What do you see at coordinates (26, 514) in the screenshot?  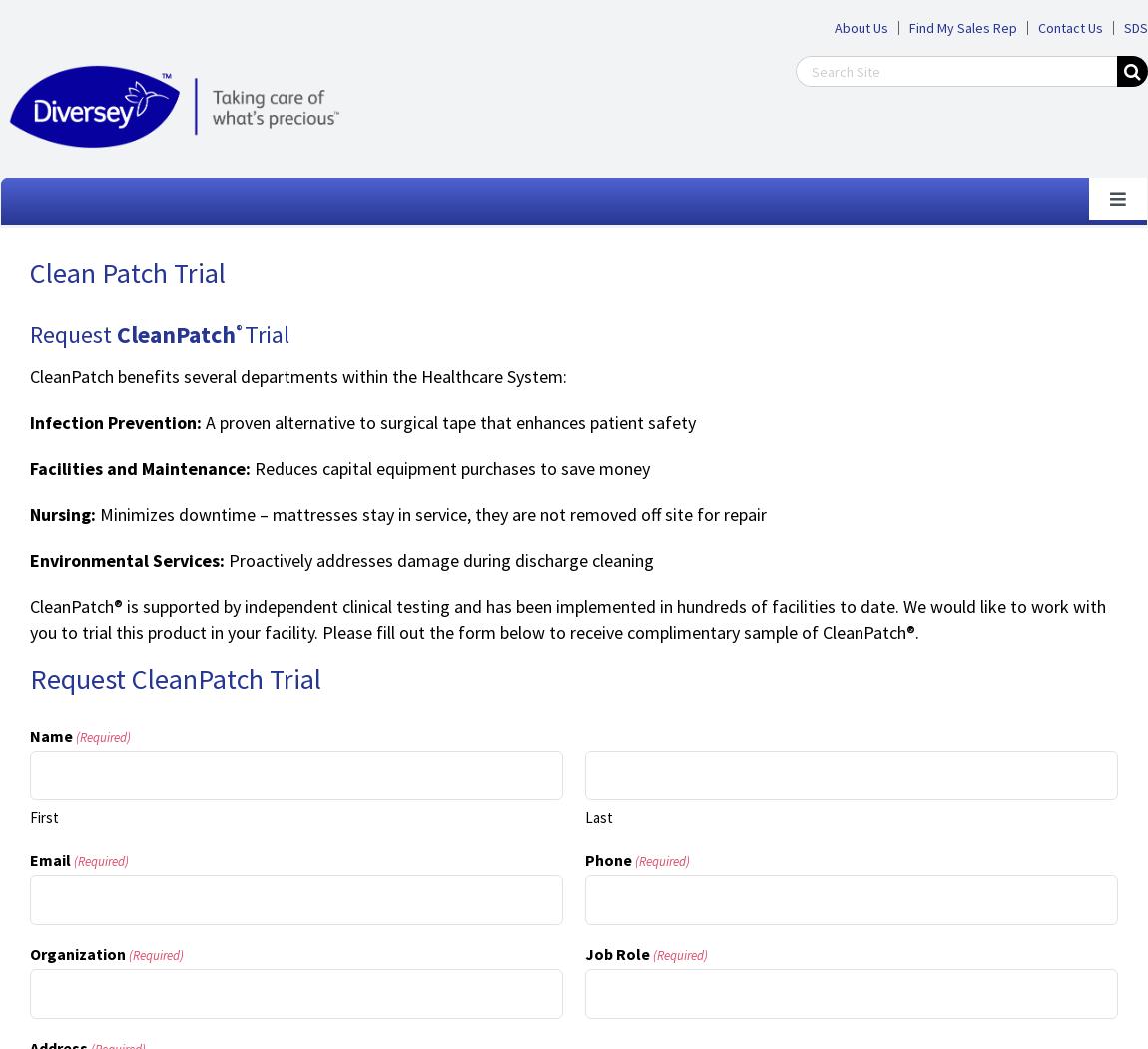 I see `'Training'` at bounding box center [26, 514].